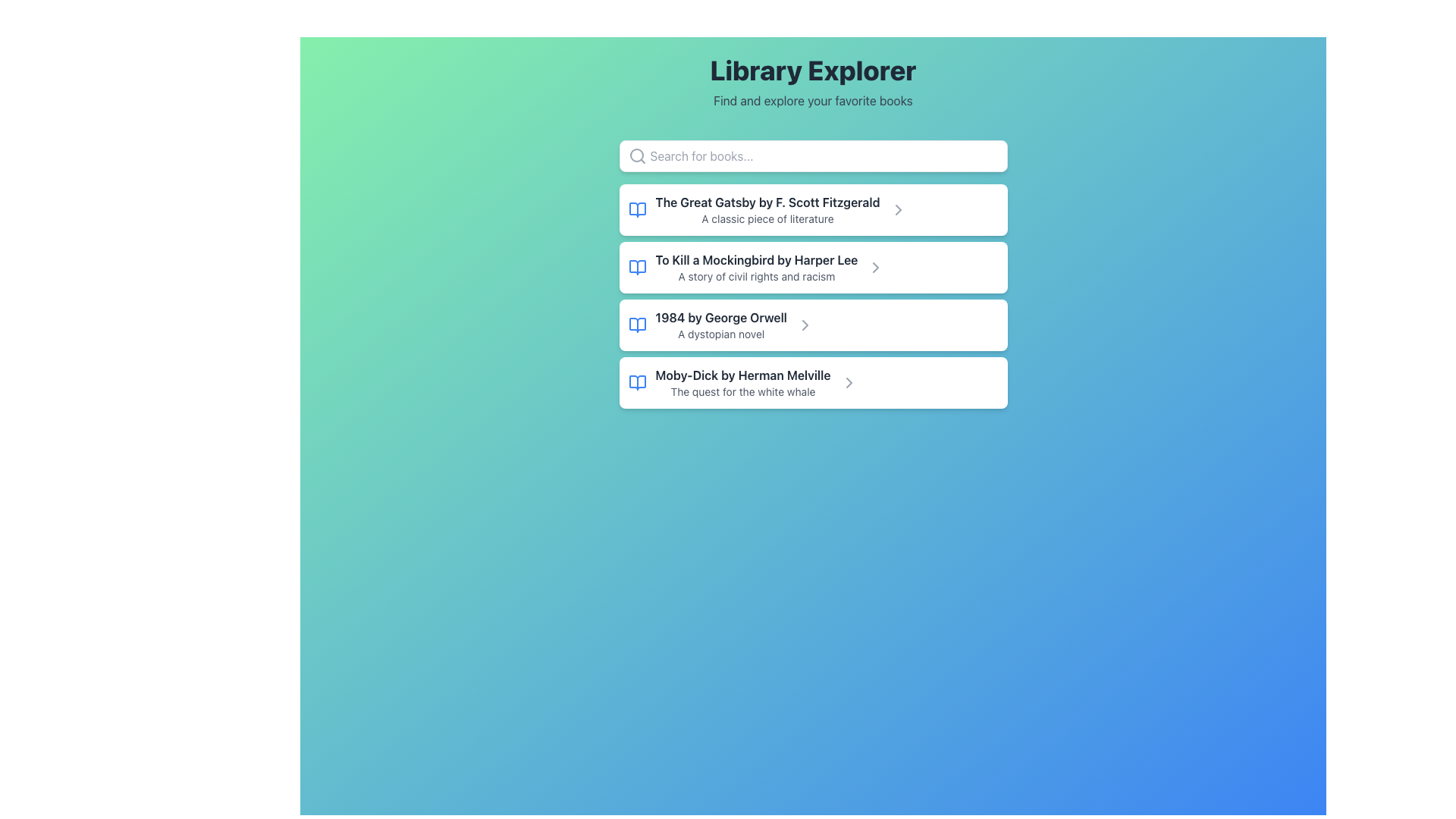 The height and width of the screenshot is (819, 1456). I want to click on the 'Library Explorer' text label, which is a large, bold header at the top center of the page, displayed in dark gray against a light gradient background, so click(812, 70).